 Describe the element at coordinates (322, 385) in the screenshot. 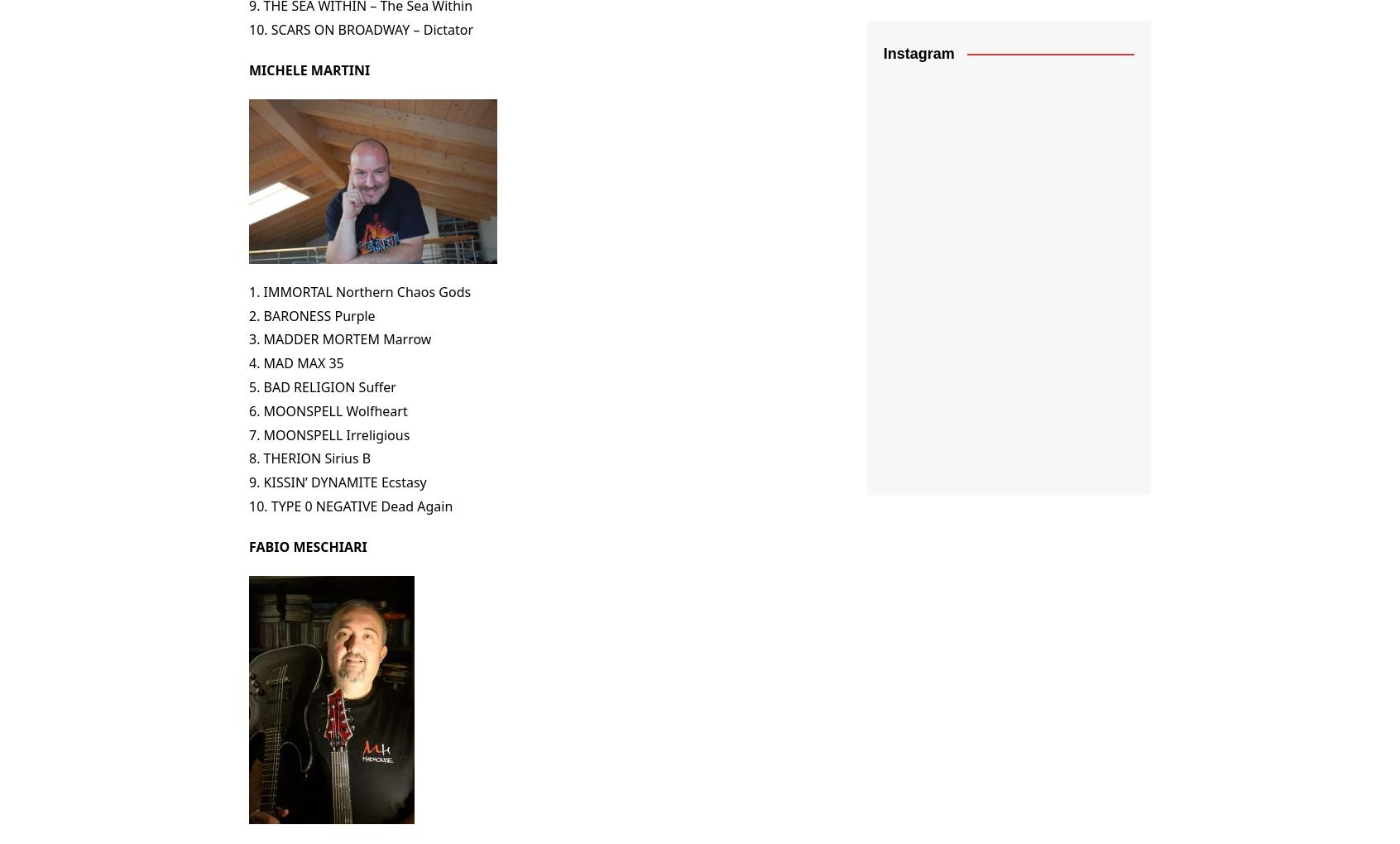

I see `'5. BAD RELIGION Suffer'` at that location.